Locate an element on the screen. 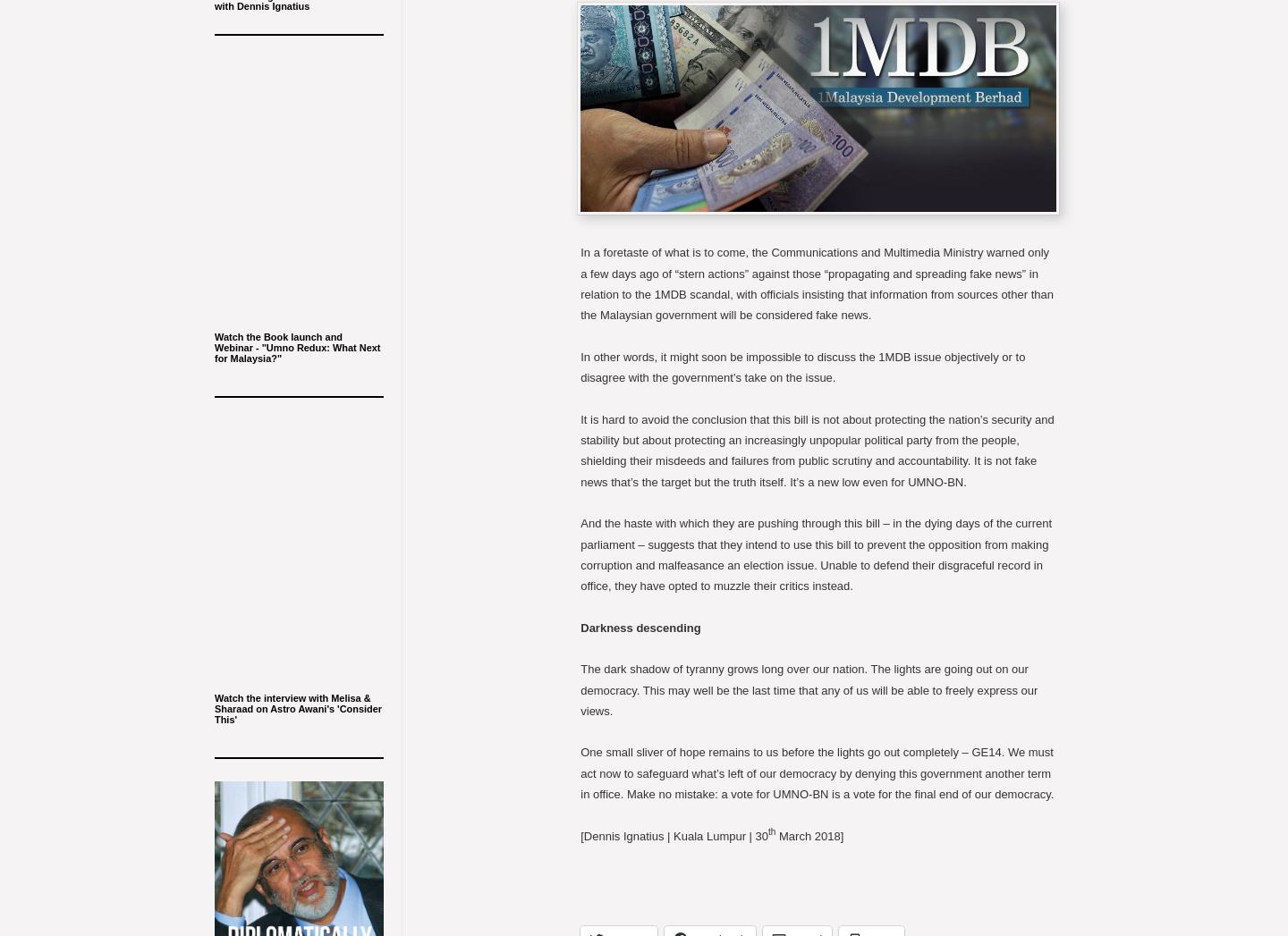  'Watch the interview with Melisa & Sharaad on Astro Awani's 'Consider This'' is located at coordinates (298, 707).